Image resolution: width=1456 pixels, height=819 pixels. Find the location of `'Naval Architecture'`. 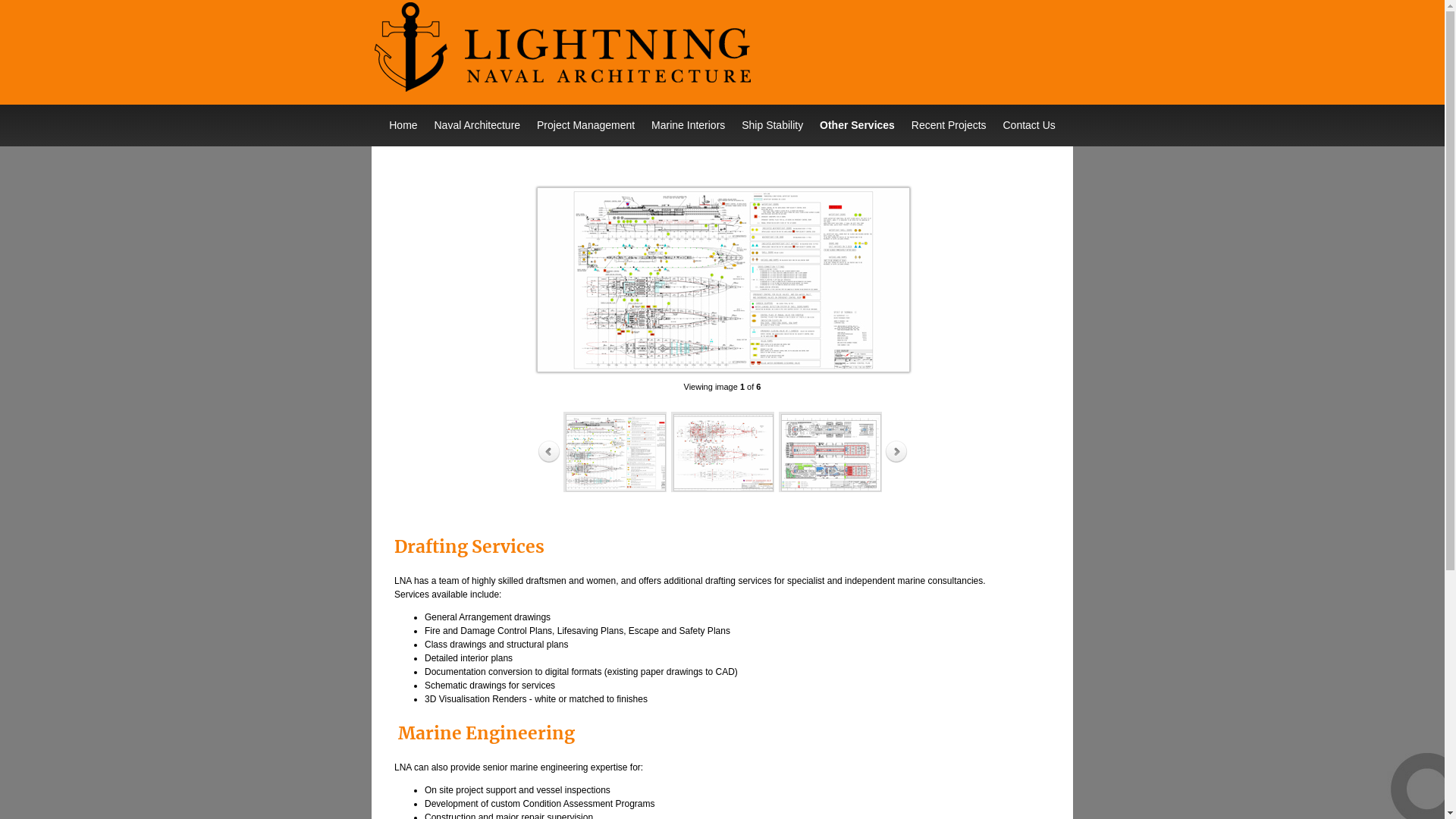

'Naval Architecture' is located at coordinates (425, 124).